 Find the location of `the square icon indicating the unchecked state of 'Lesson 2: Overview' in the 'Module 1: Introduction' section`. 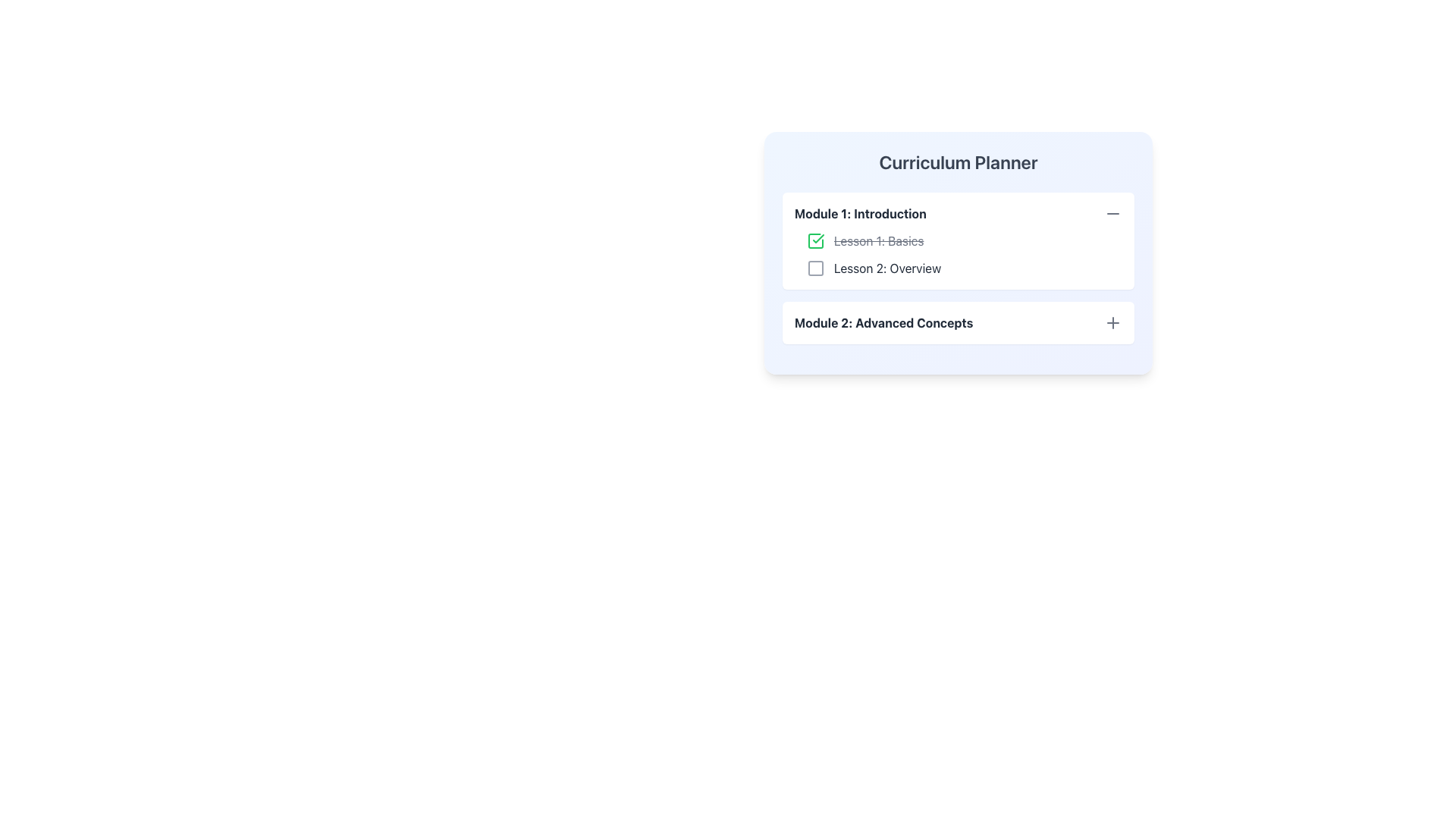

the square icon indicating the unchecked state of 'Lesson 2: Overview' in the 'Module 1: Introduction' section is located at coordinates (814, 268).